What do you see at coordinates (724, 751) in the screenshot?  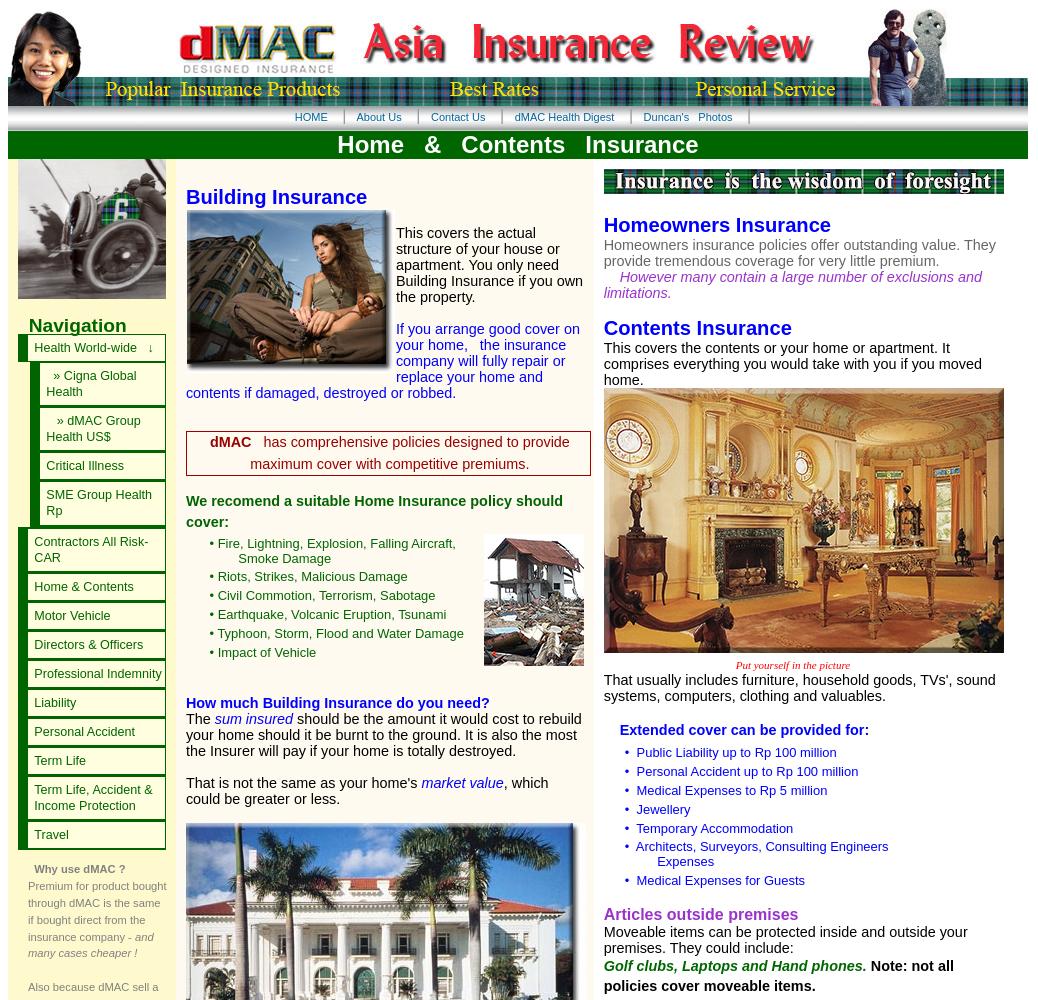 I see `'•  Public Liability up to Rp 100 million'` at bounding box center [724, 751].